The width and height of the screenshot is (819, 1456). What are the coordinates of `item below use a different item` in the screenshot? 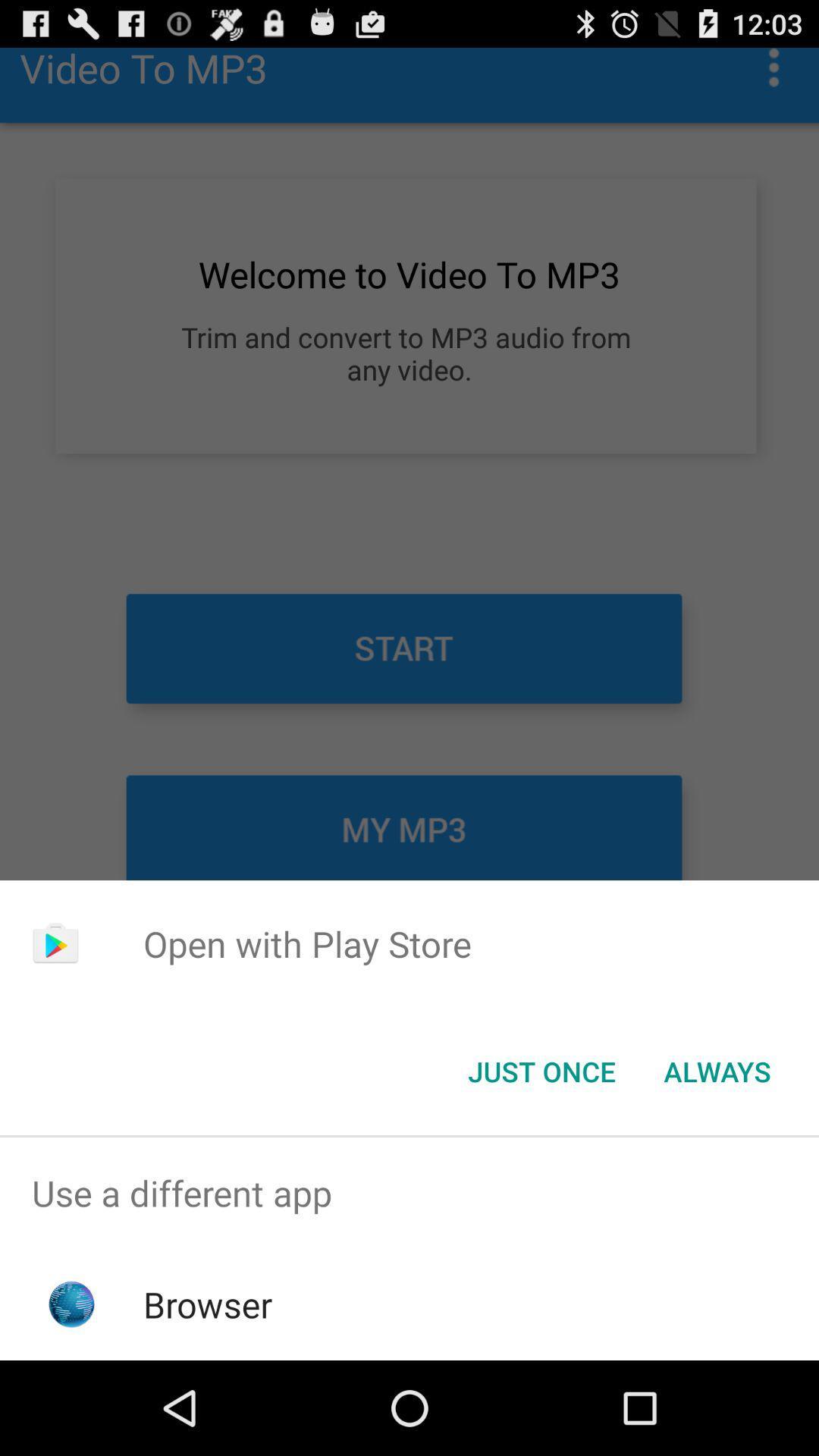 It's located at (208, 1304).